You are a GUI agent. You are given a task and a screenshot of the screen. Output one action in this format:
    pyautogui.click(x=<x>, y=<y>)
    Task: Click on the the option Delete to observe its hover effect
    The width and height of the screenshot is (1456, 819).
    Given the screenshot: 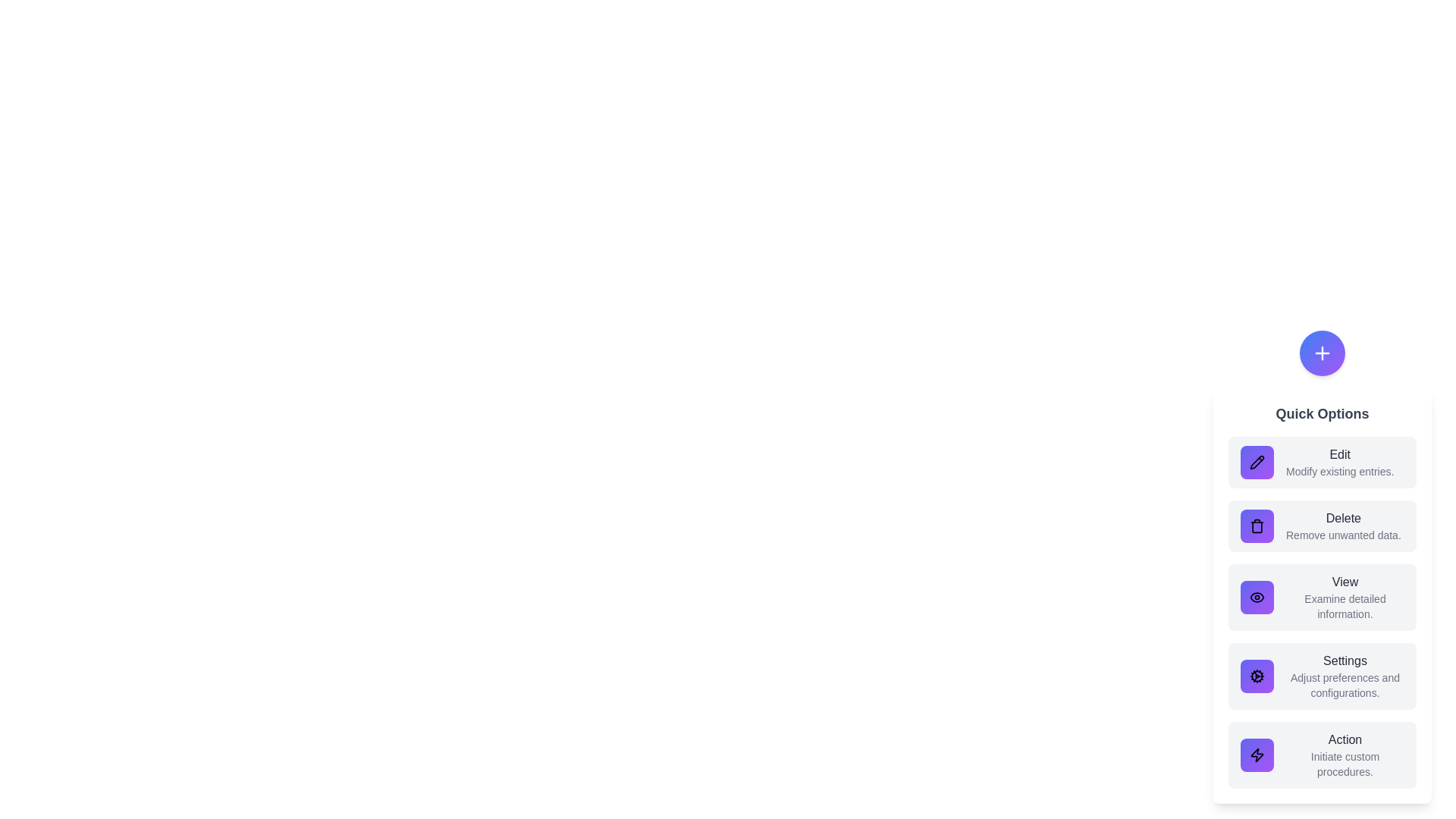 What is the action you would take?
    pyautogui.click(x=1321, y=526)
    